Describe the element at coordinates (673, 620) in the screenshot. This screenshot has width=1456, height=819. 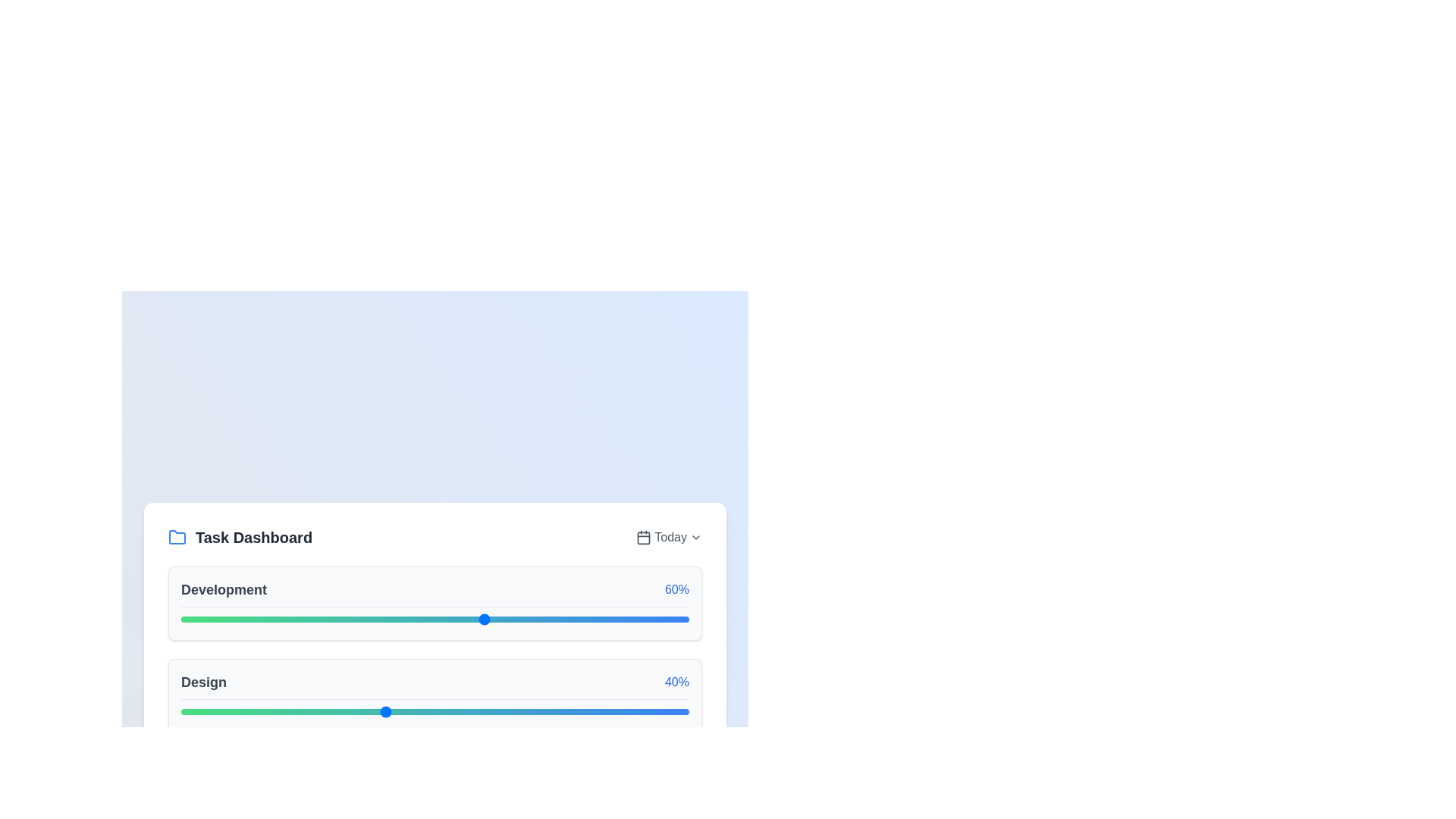
I see `the slider` at that location.